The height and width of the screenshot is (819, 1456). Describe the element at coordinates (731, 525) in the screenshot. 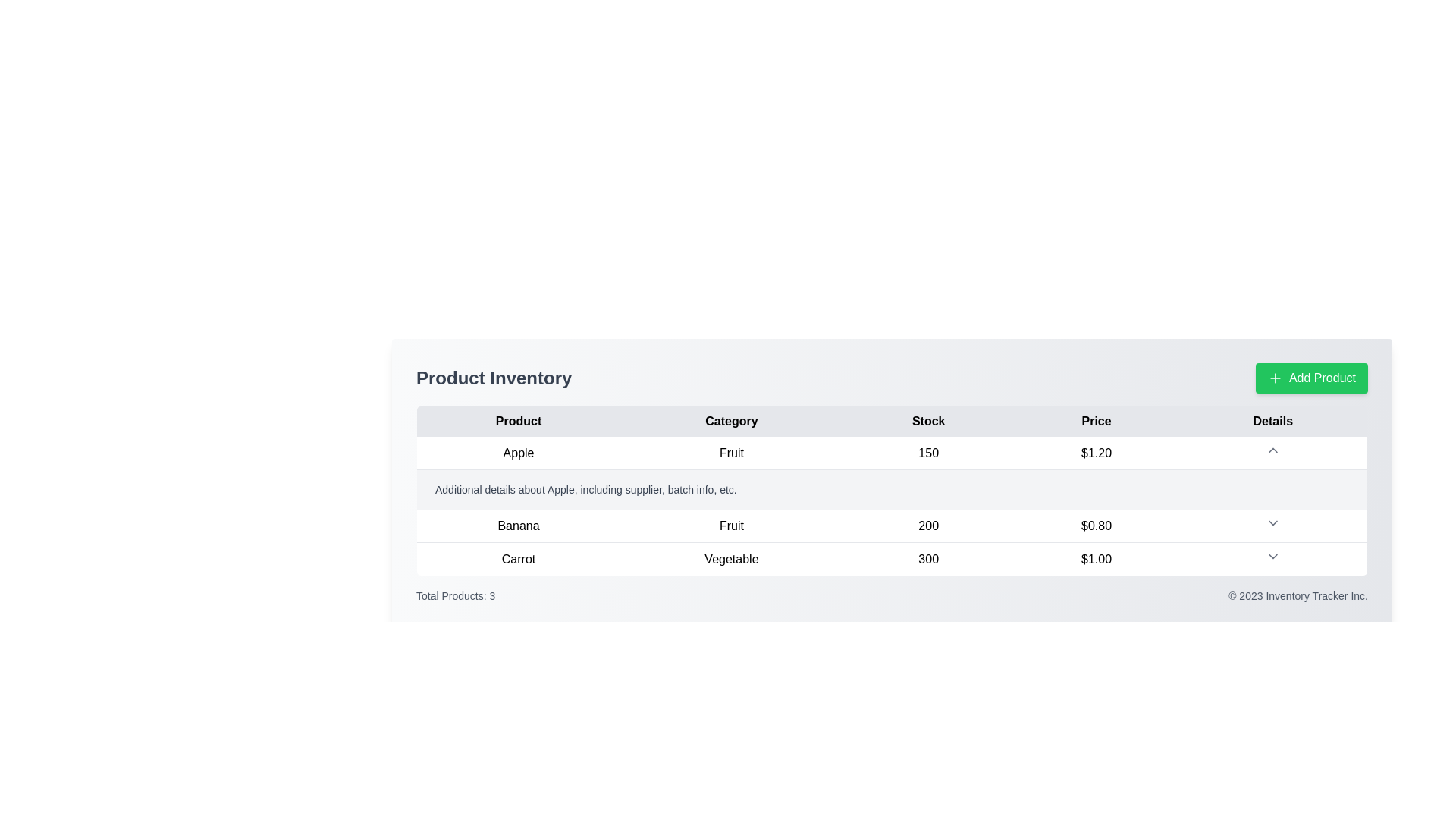

I see `the category label for 'Banana' in the table, which classifies it under the 'Fruit' category` at that location.